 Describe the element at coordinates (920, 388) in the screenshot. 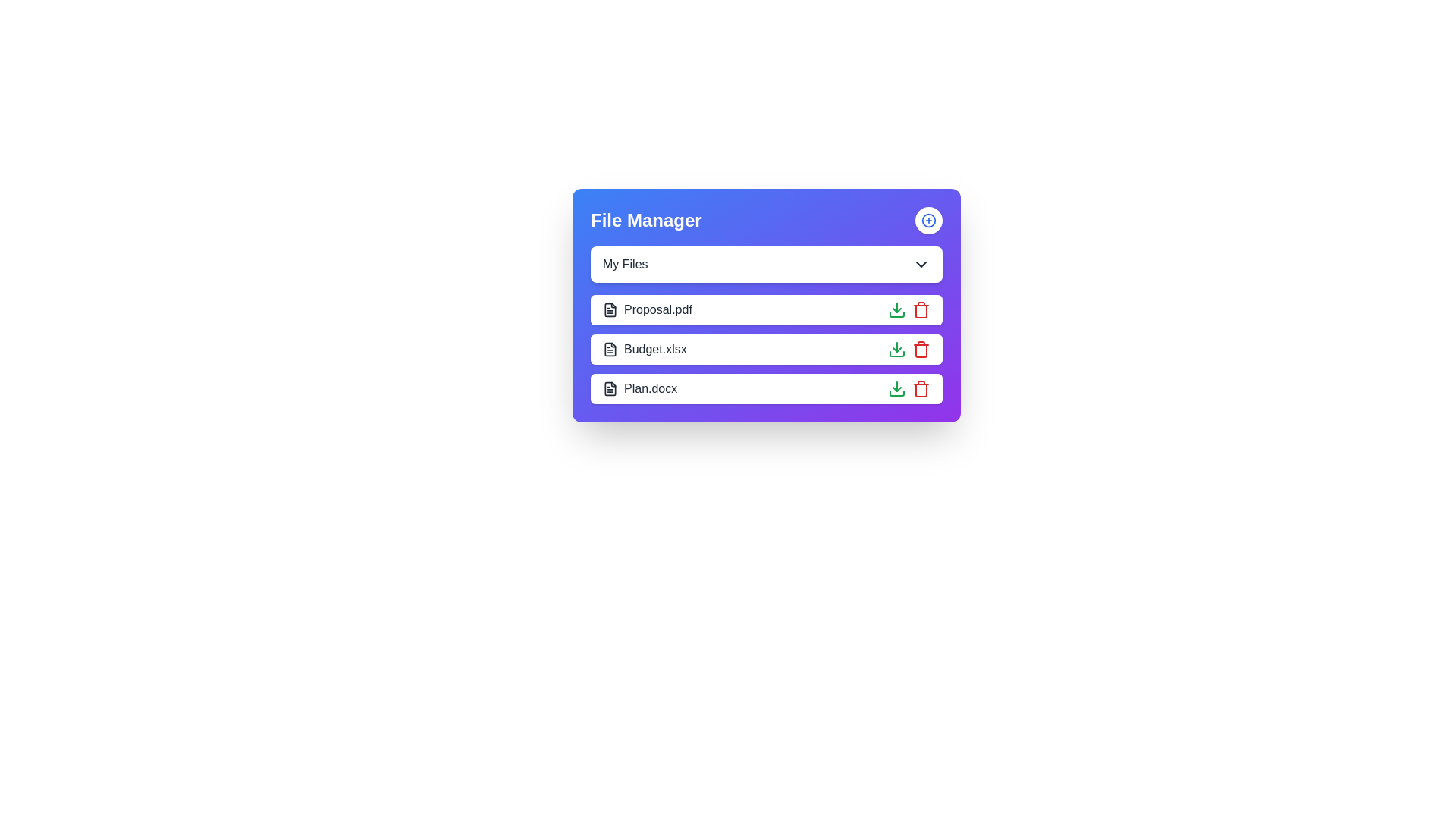

I see `the delete icon button located to the right of the green download icon in the file manager interface associated with 'Plan.docx'` at that location.